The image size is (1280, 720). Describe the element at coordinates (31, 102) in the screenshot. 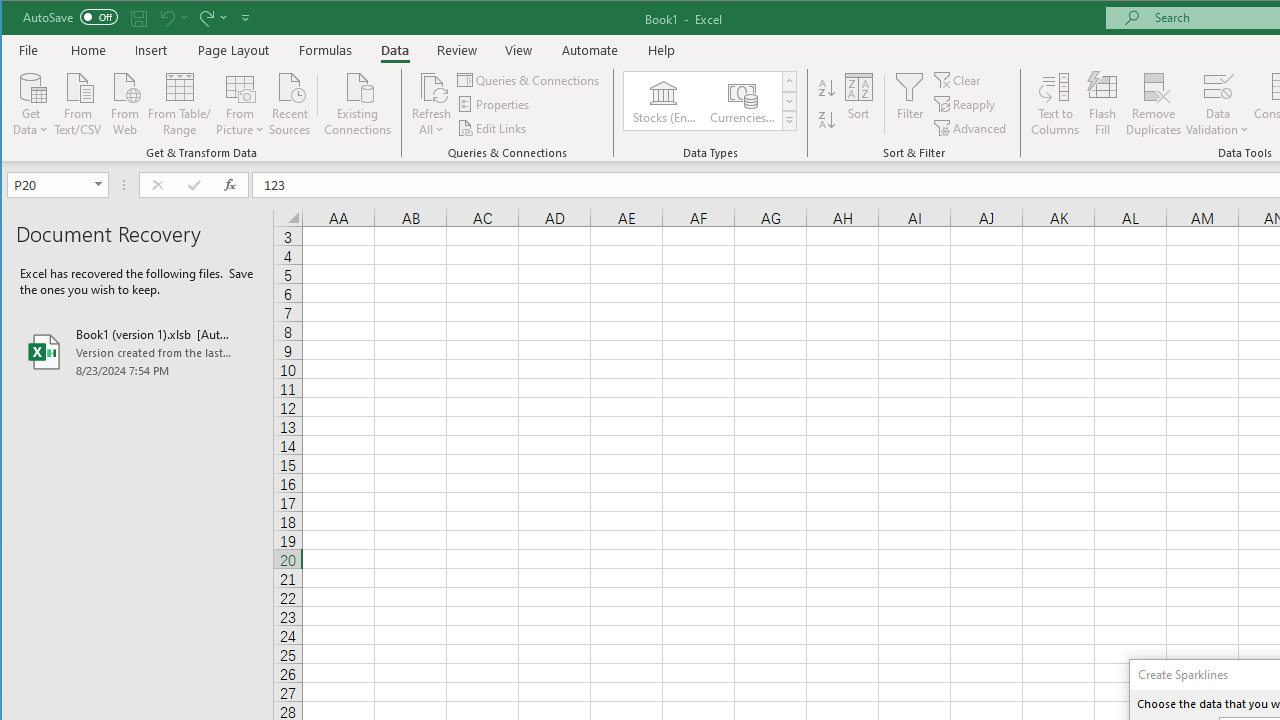

I see `'Get Data'` at that location.